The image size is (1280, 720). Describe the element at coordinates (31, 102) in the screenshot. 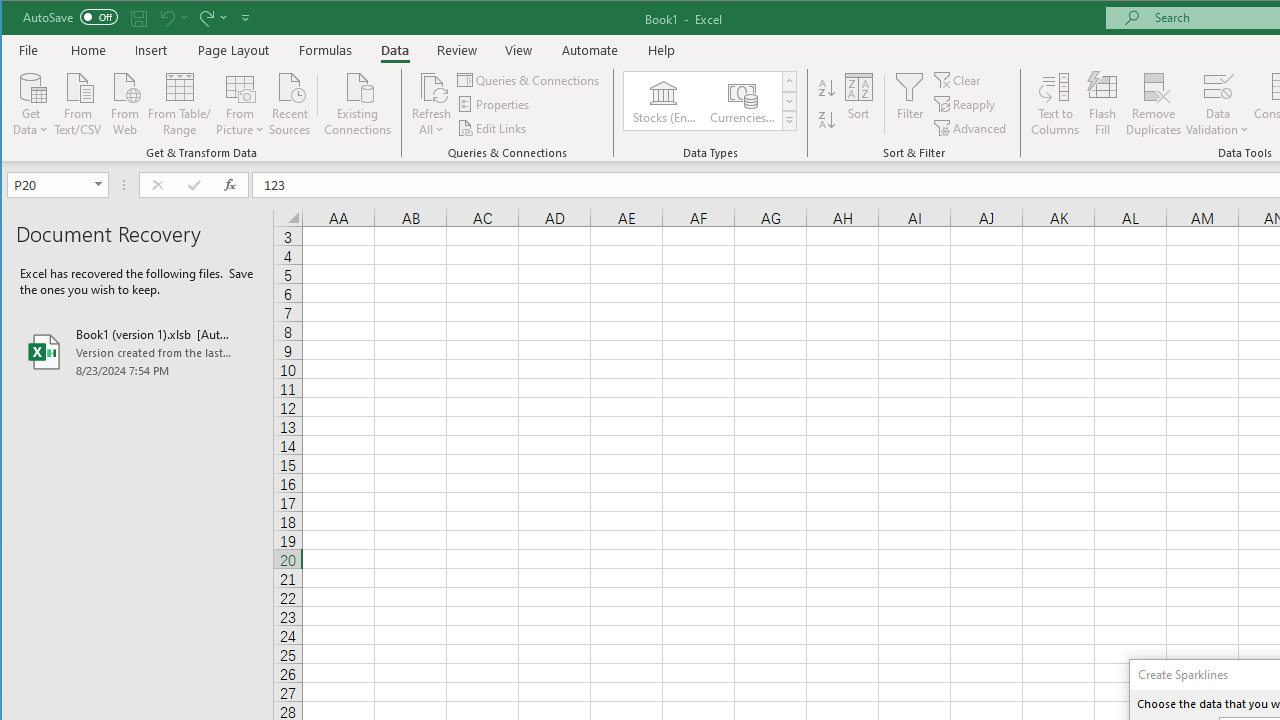

I see `'Get Data'` at that location.